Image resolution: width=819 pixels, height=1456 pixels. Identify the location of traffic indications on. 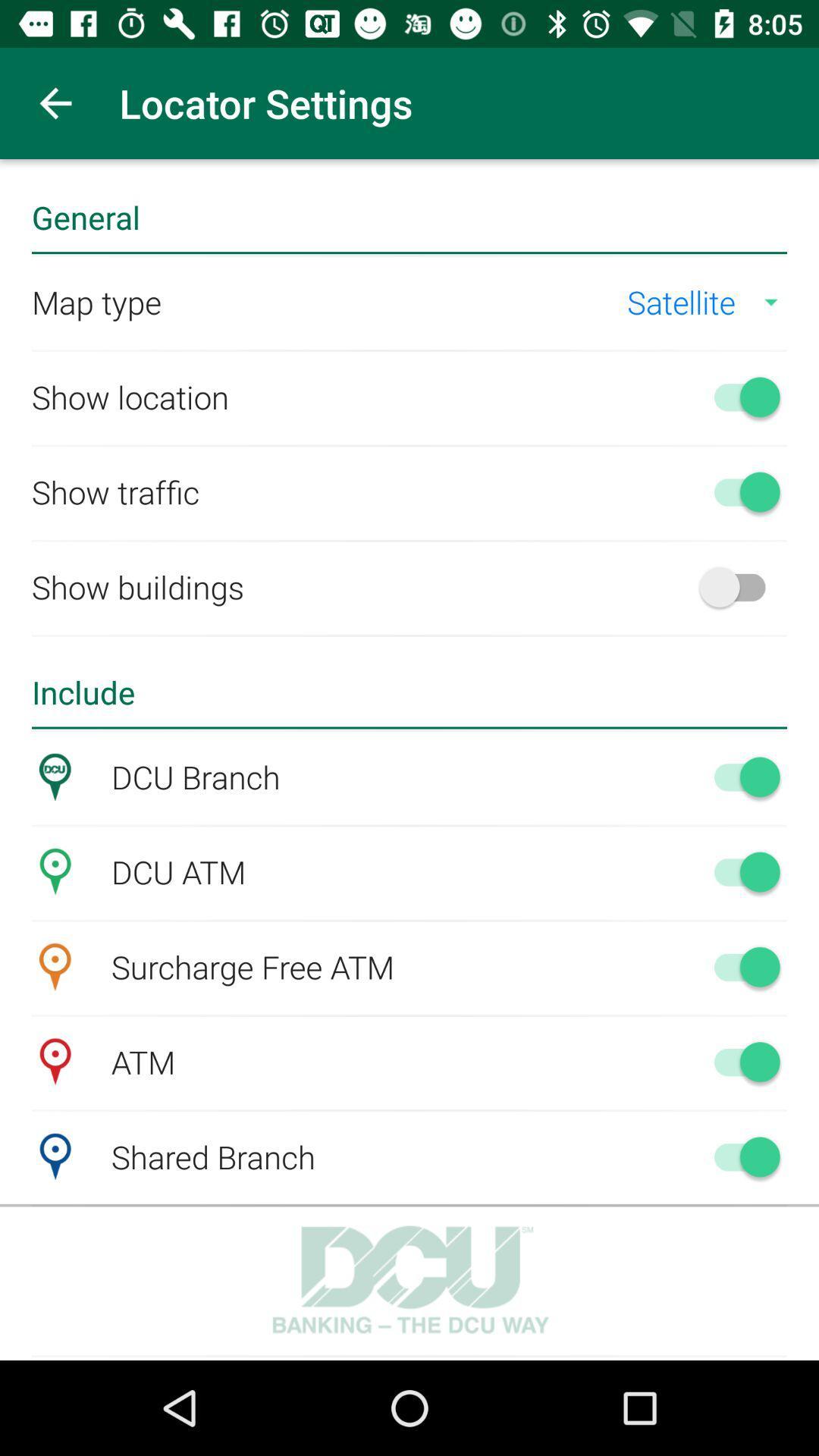
(739, 491).